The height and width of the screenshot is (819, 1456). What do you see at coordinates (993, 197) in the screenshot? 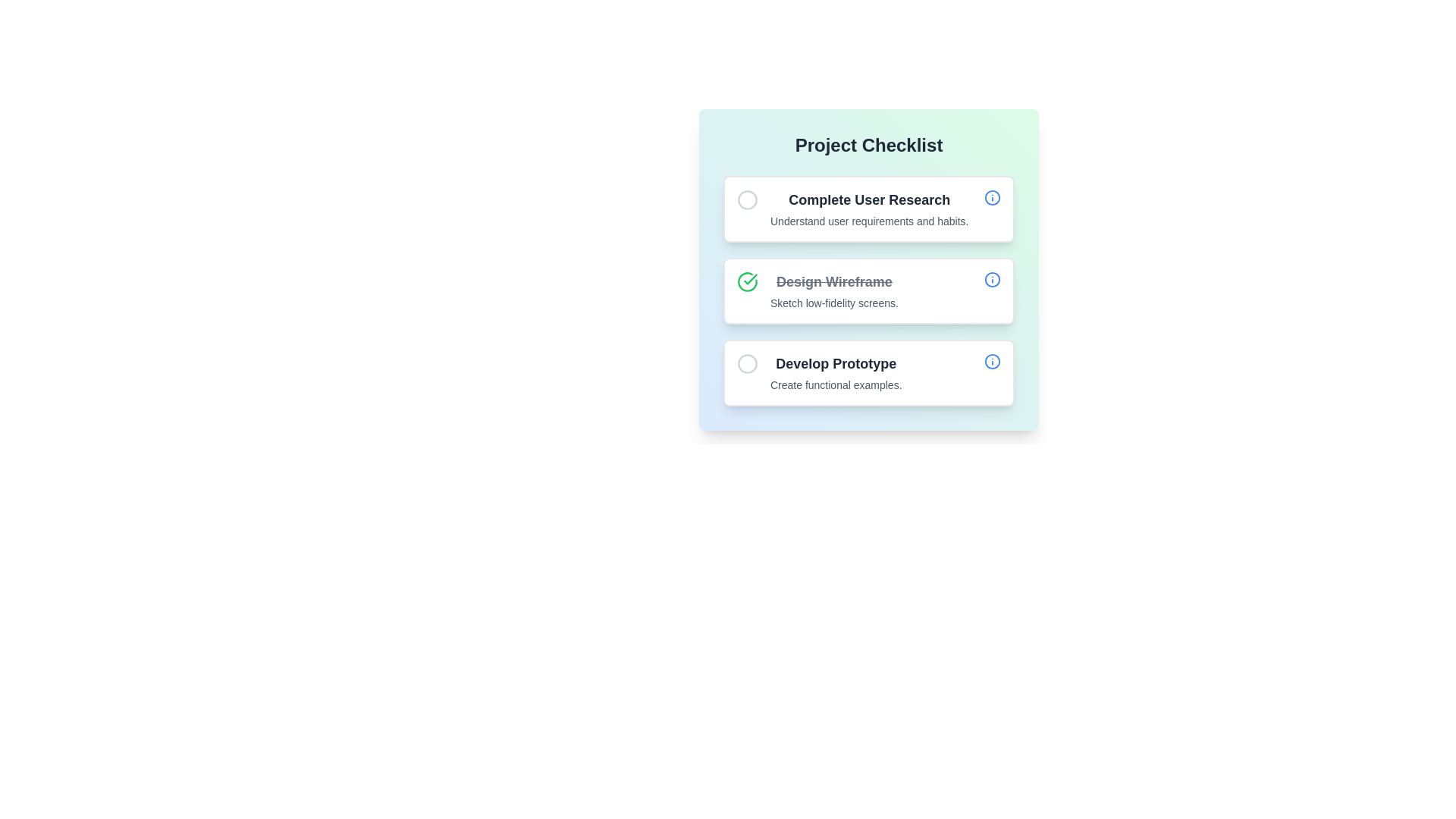
I see `the circular 'i' icon with a blue outline and white background located on the far-right side of the 'Complete User Research' checklist item` at bounding box center [993, 197].